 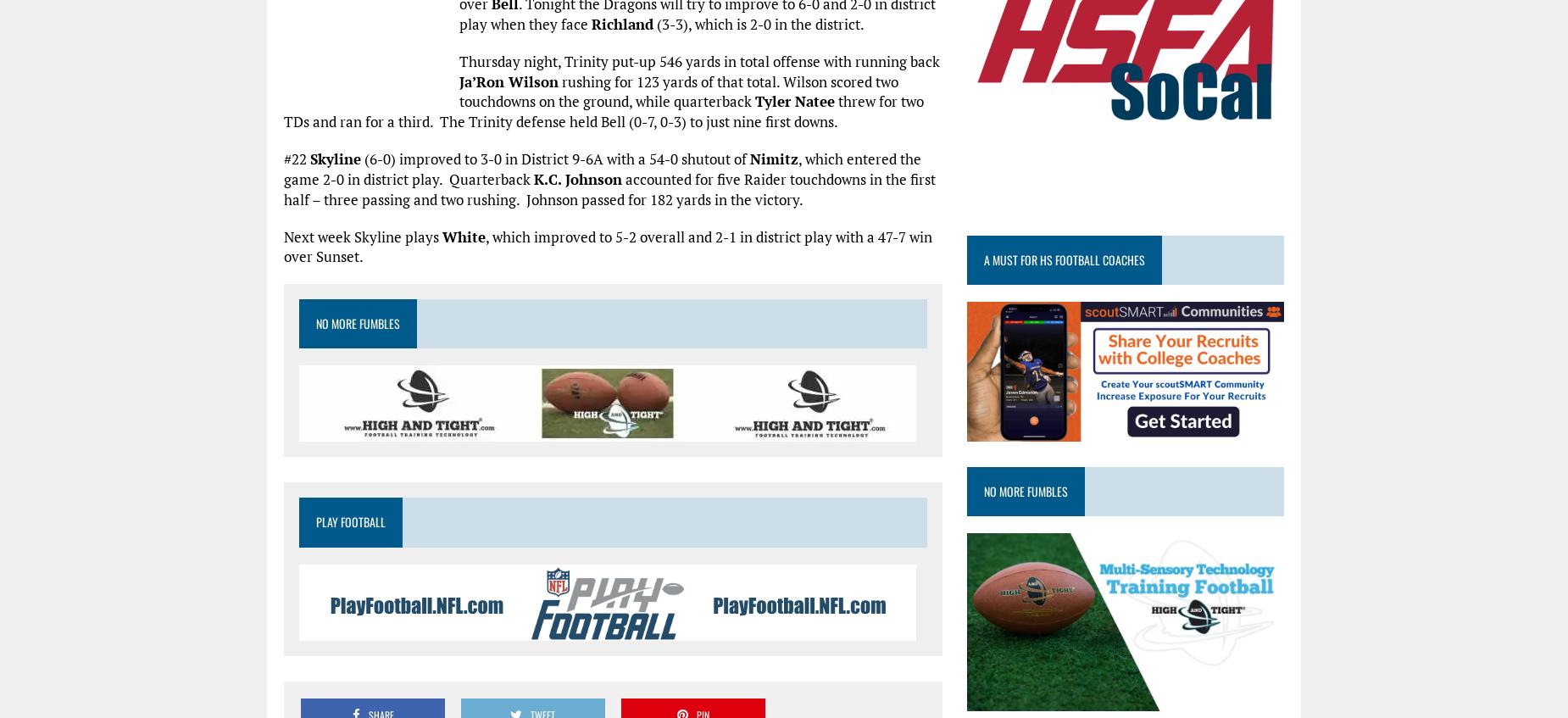 What do you see at coordinates (679, 91) in the screenshot?
I see `'rushing for 123 yards of that total. Wilson scored two touchdowns on the ground, while quarterback'` at bounding box center [679, 91].